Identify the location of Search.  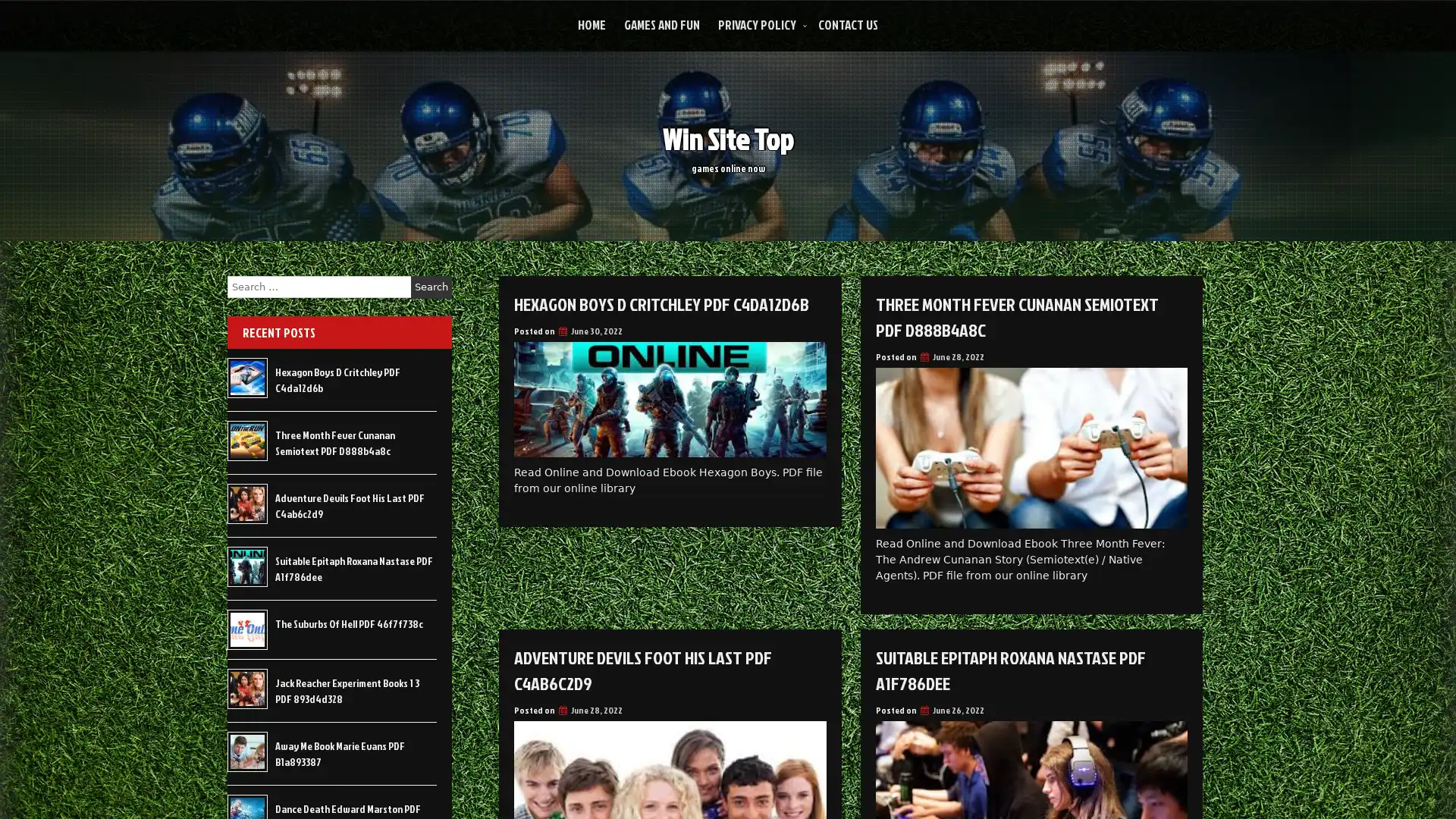
(431, 287).